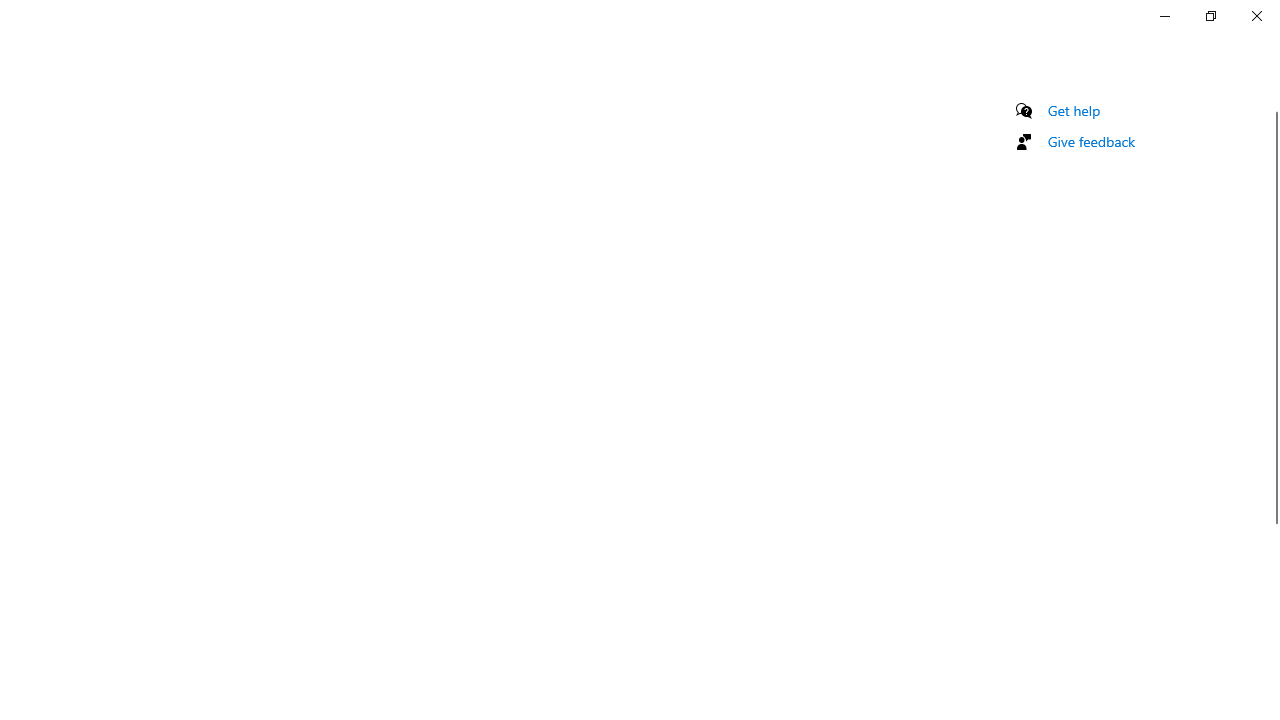 The height and width of the screenshot is (720, 1280). I want to click on 'Close Settings', so click(1255, 15).